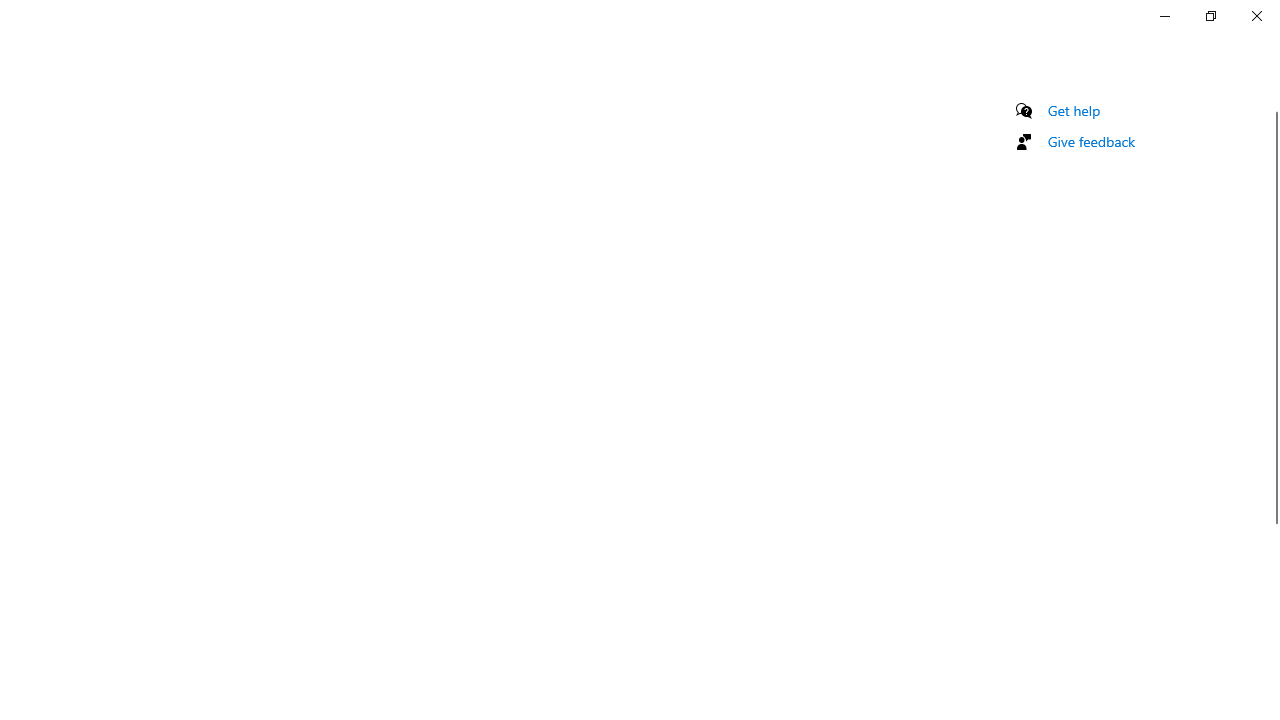 The height and width of the screenshot is (720, 1280). I want to click on 'Close Settings', so click(1255, 15).